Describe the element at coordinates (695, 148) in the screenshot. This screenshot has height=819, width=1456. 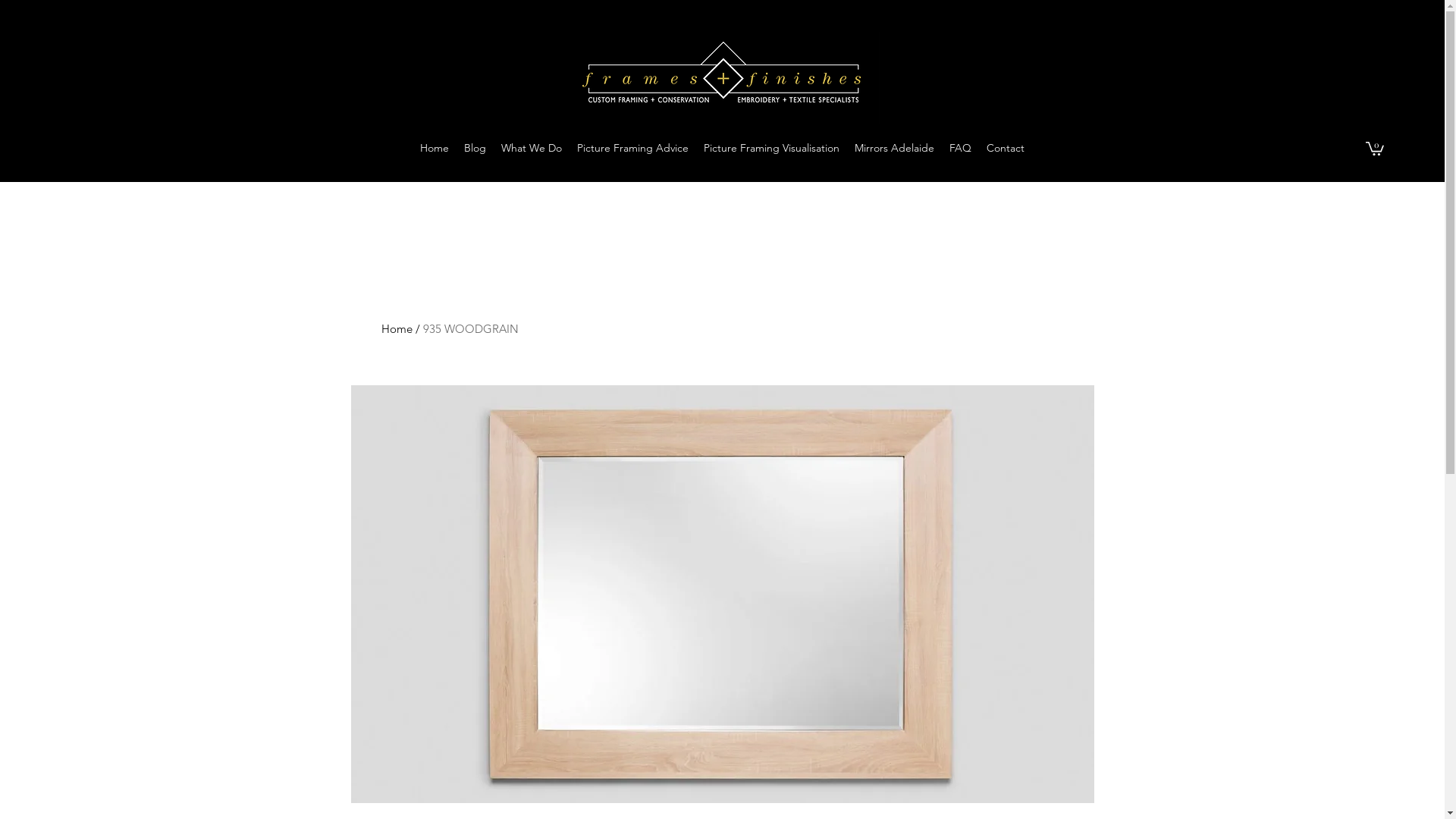
I see `'Picture Framing Visualisation'` at that location.